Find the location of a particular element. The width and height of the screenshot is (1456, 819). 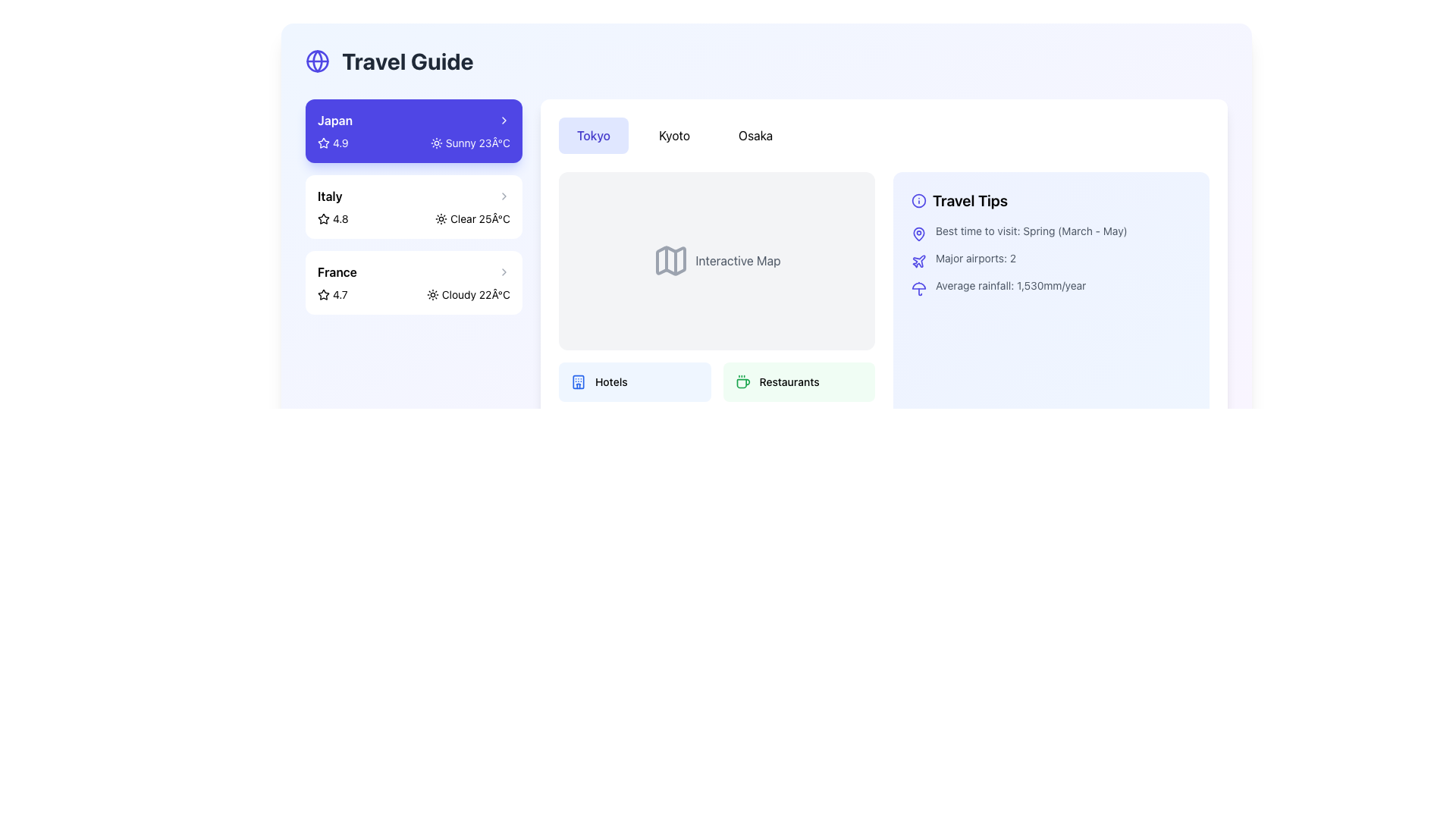

the text label that provides information about the recommended visiting time for a certain place, located below an icon in the 'Travel Tips' section at the top right is located at coordinates (1031, 231).